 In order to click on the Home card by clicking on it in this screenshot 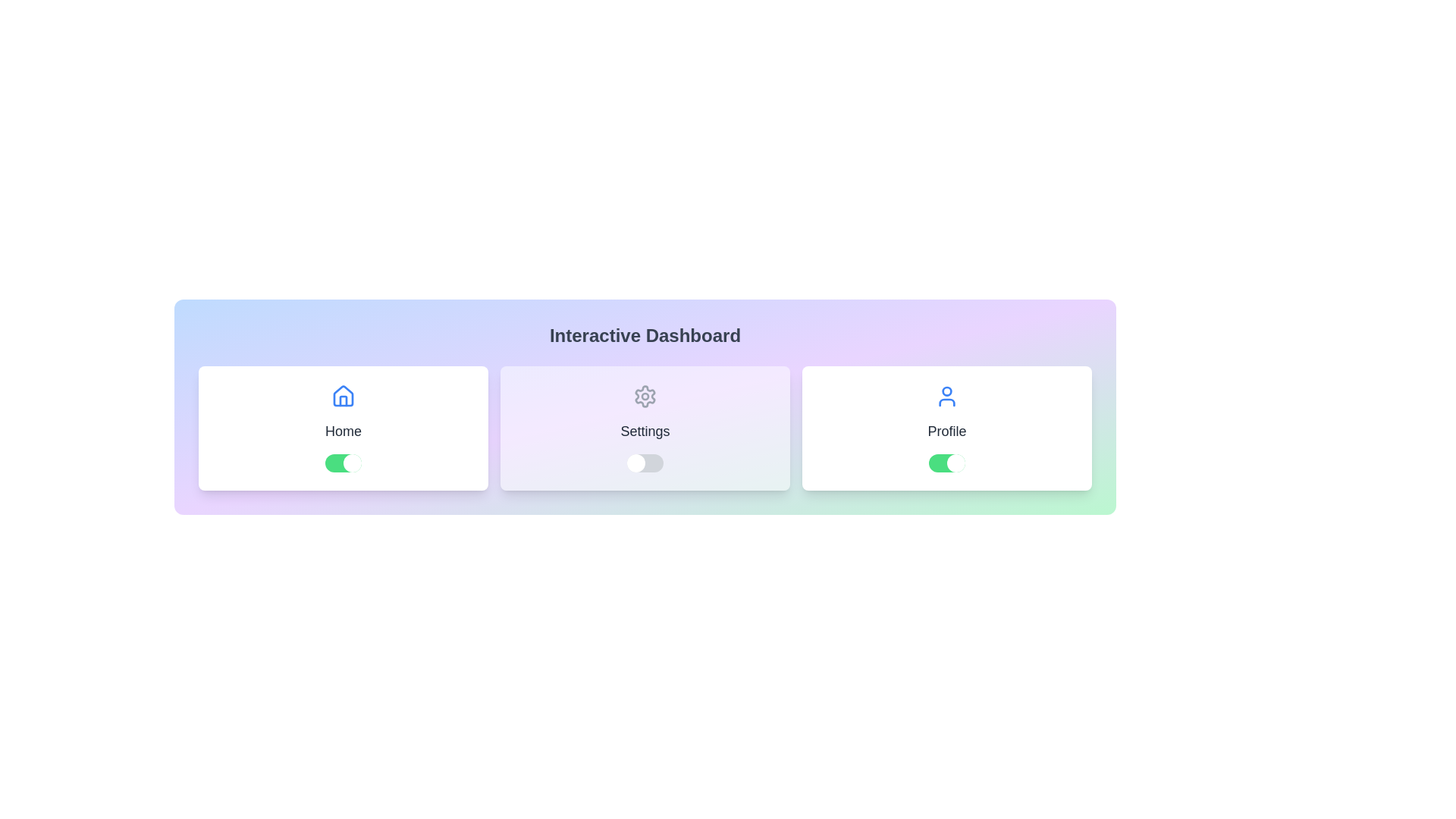, I will do `click(342, 428)`.